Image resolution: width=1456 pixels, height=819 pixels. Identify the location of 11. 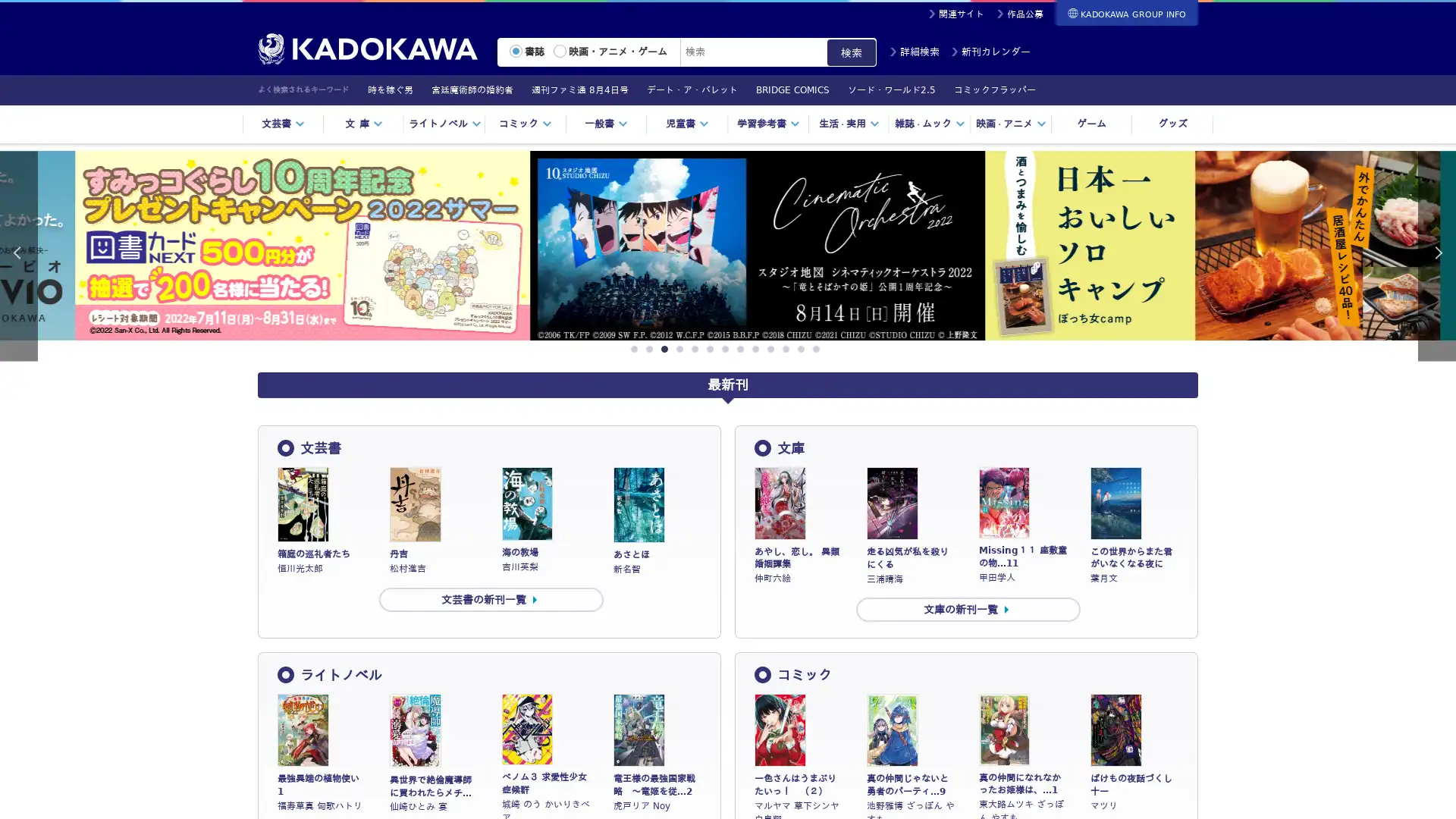
(789, 350).